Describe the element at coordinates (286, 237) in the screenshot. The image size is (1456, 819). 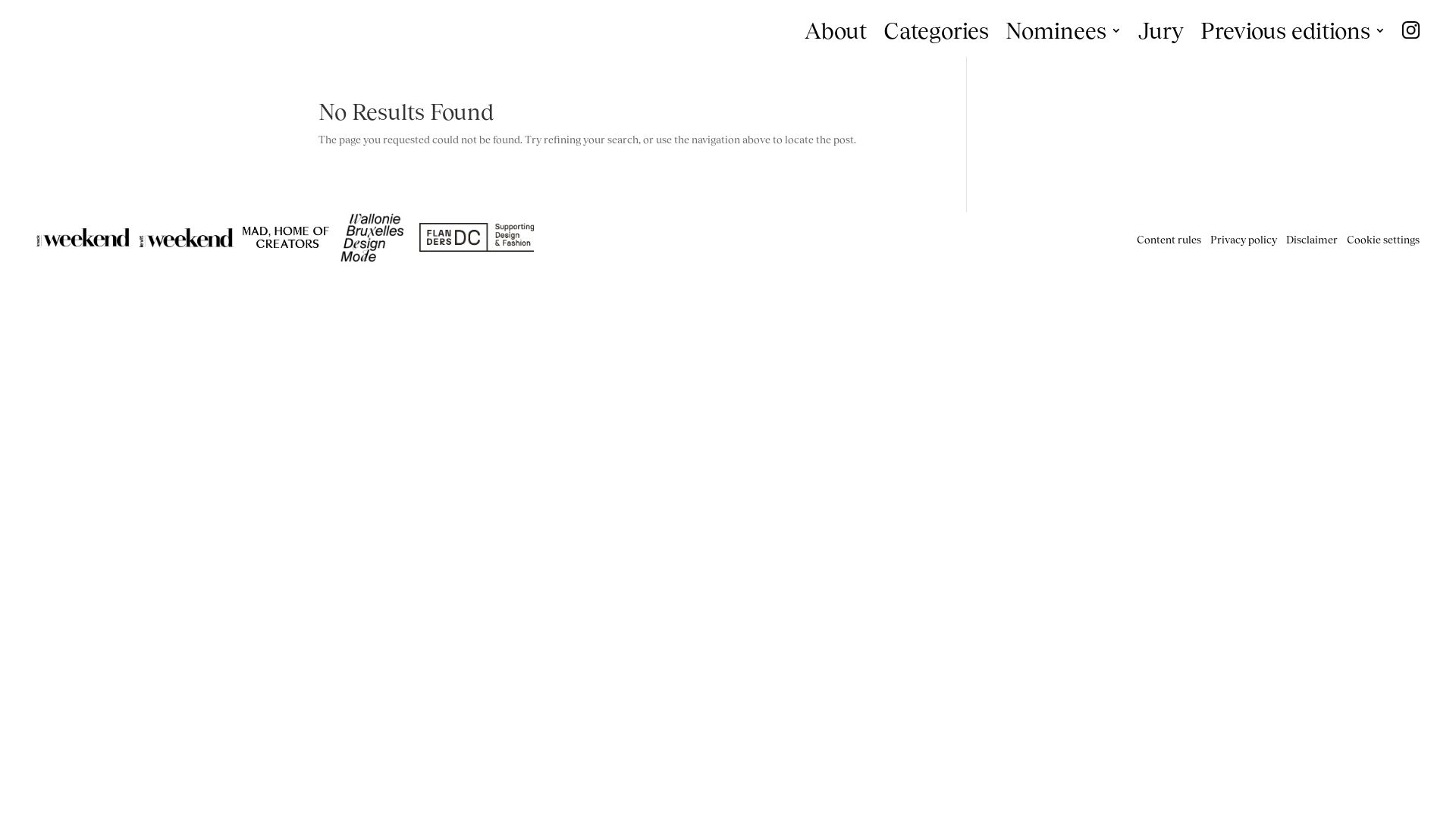
I see `'MAD'` at that location.